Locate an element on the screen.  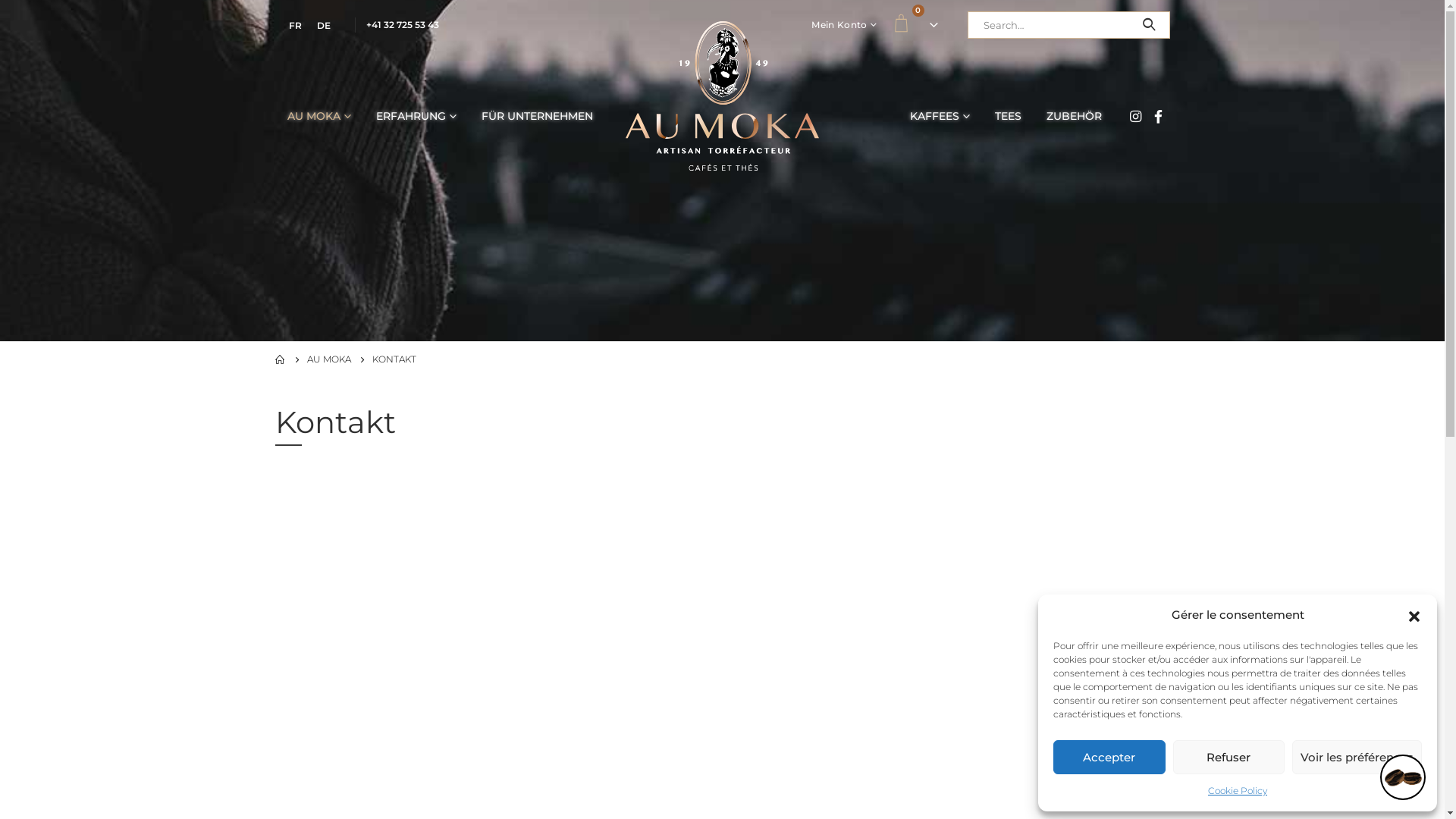
'FR' is located at coordinates (294, 26).